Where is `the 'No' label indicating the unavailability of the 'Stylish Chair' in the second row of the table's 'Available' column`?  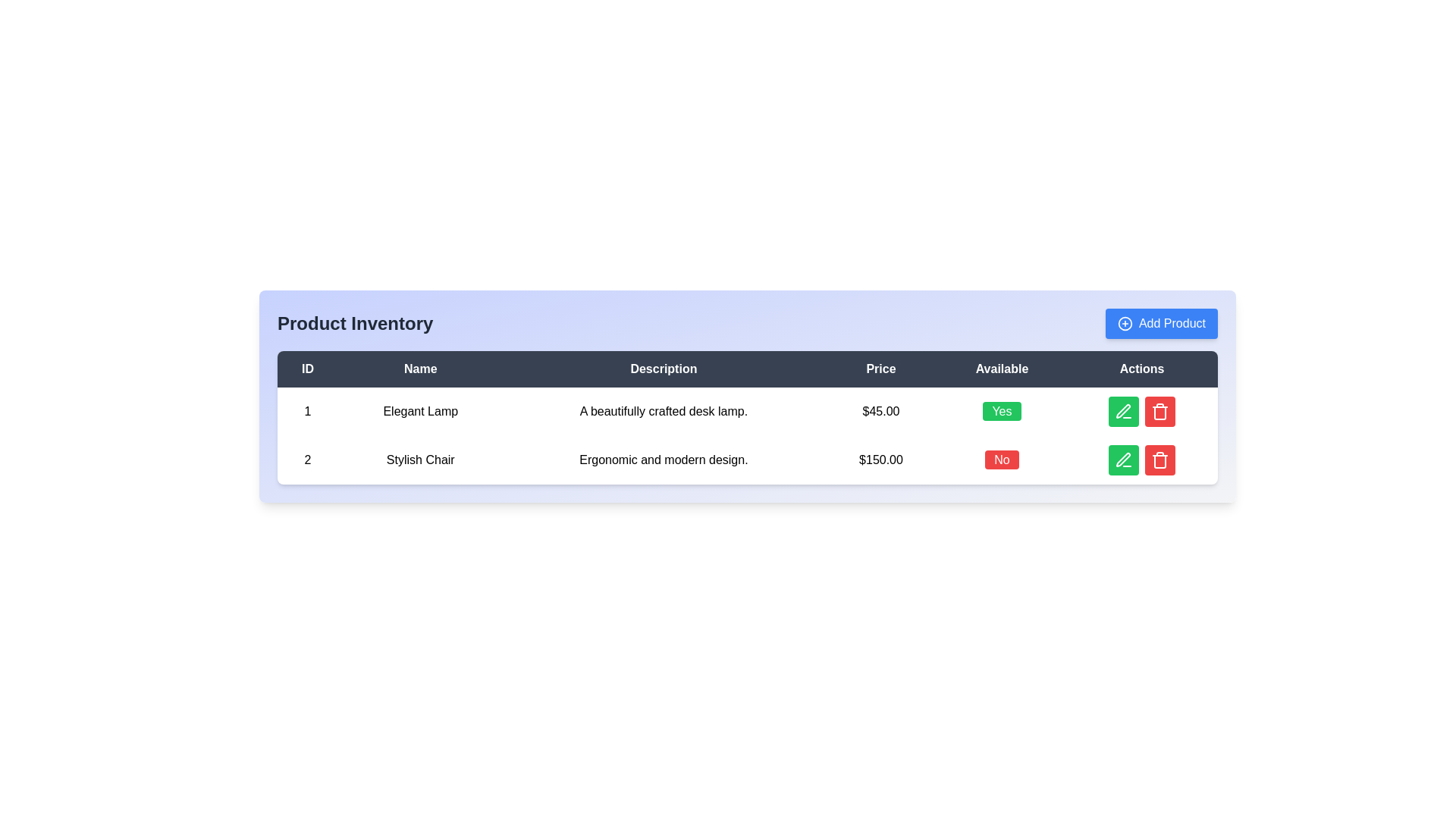
the 'No' label indicating the unavailability of the 'Stylish Chair' in the second row of the table's 'Available' column is located at coordinates (1002, 459).